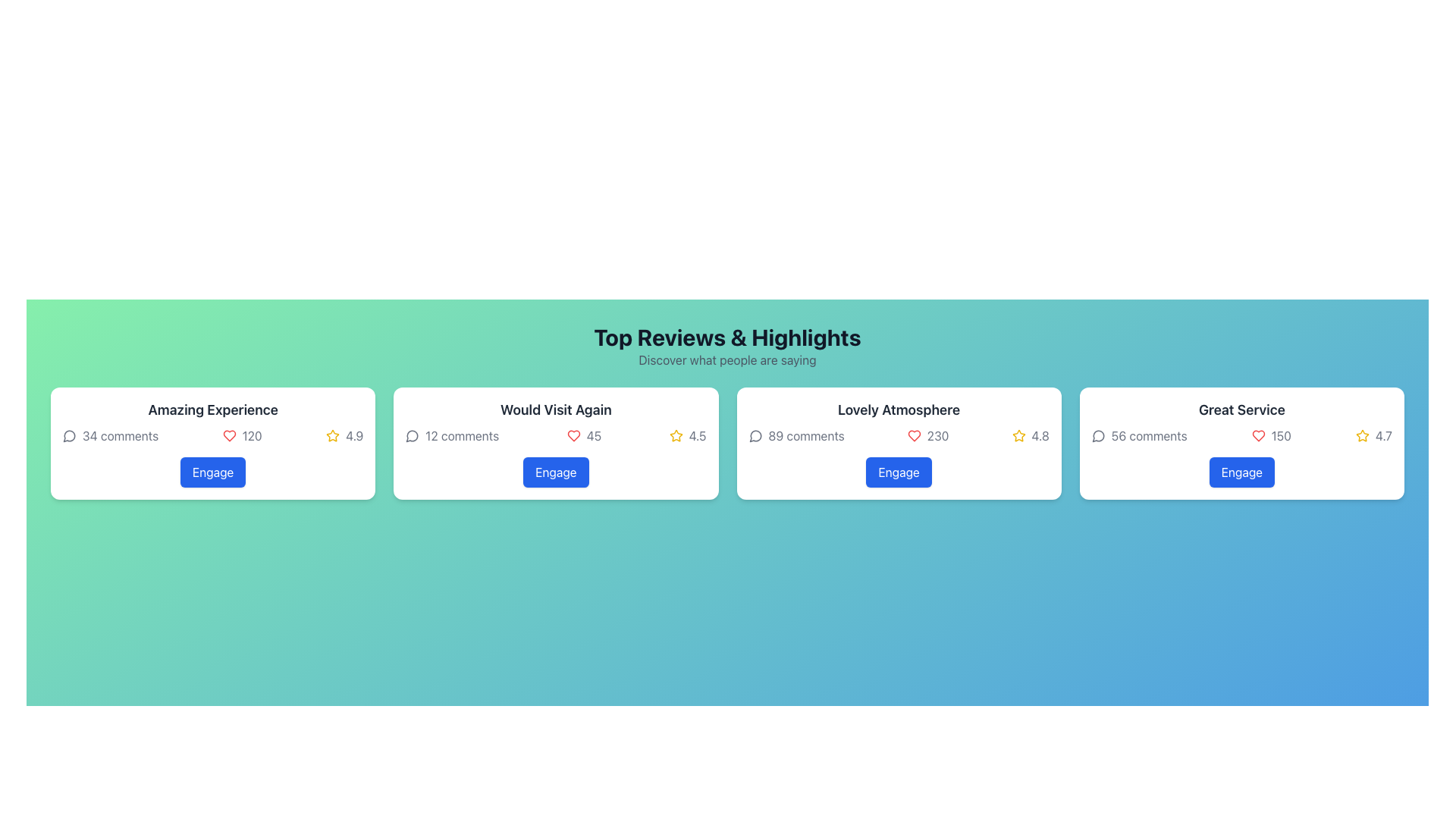  I want to click on the 'Engage' button, which is a blue rectangular button with rounded corners located at the bottom-center of the 'Amazing Experience' card, so click(212, 472).